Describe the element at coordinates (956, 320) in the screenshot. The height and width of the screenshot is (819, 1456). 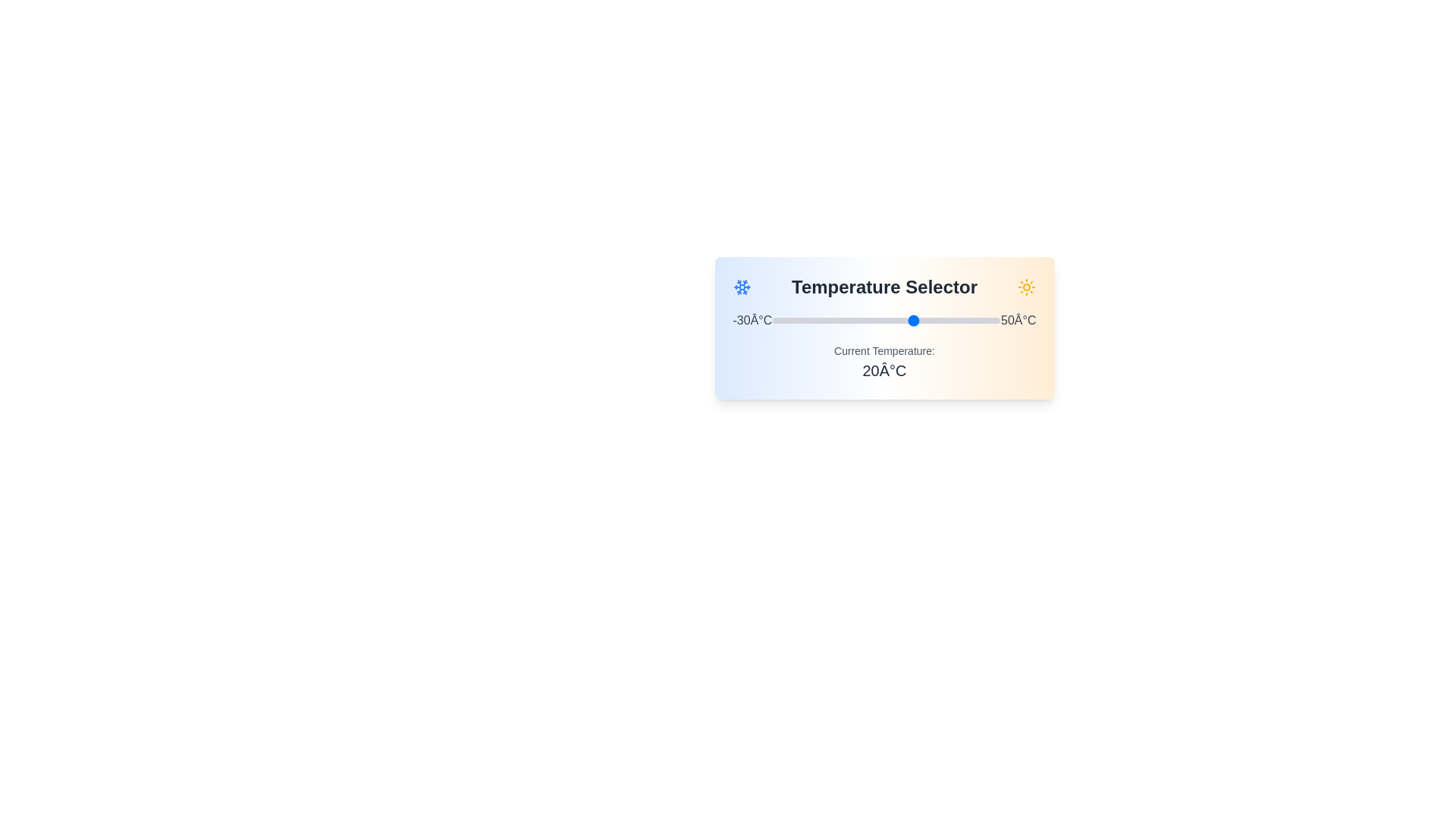
I see `the temperature` at that location.